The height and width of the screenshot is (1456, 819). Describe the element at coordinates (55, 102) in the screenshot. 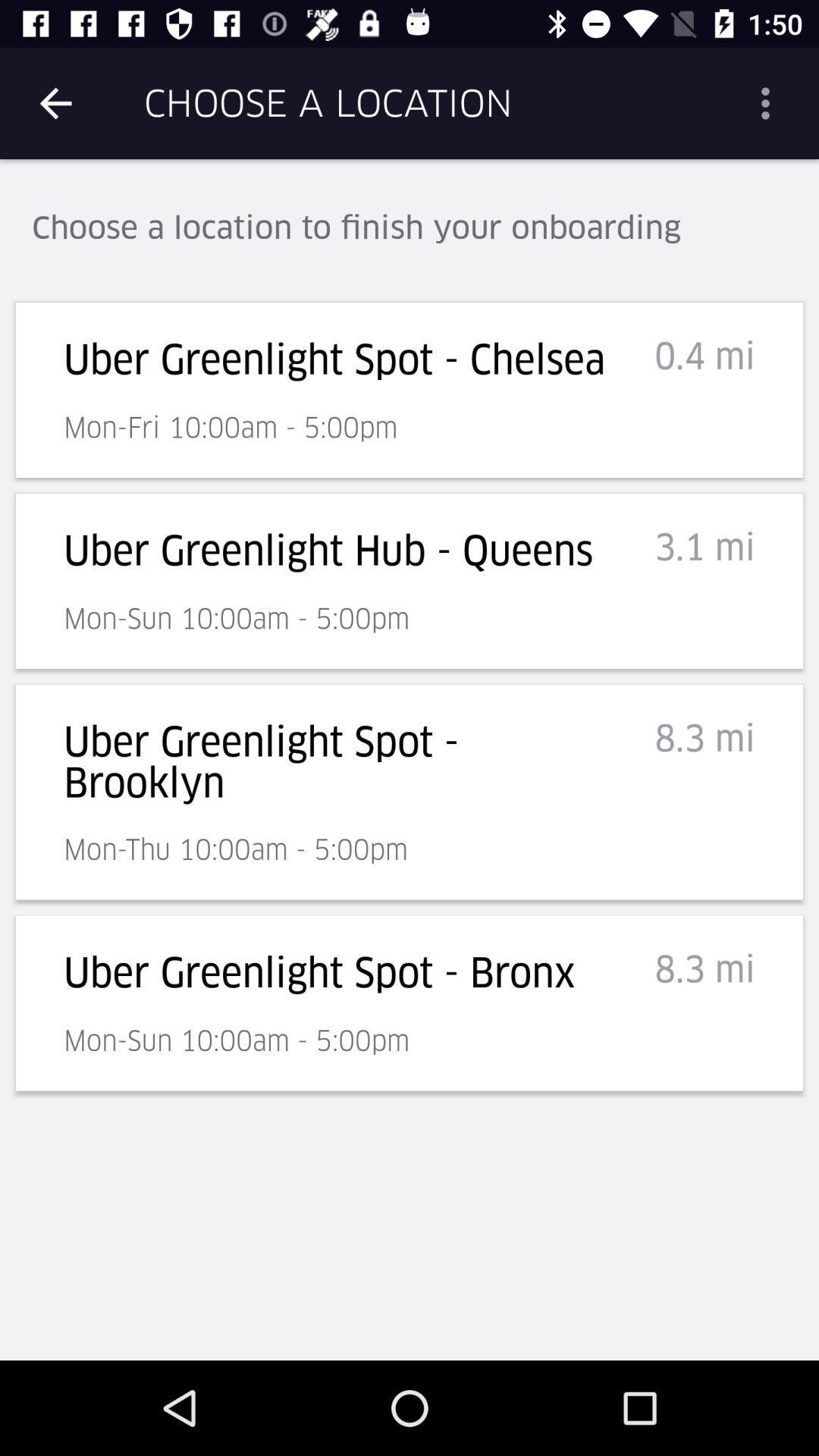

I see `the icon above the choose a location item` at that location.